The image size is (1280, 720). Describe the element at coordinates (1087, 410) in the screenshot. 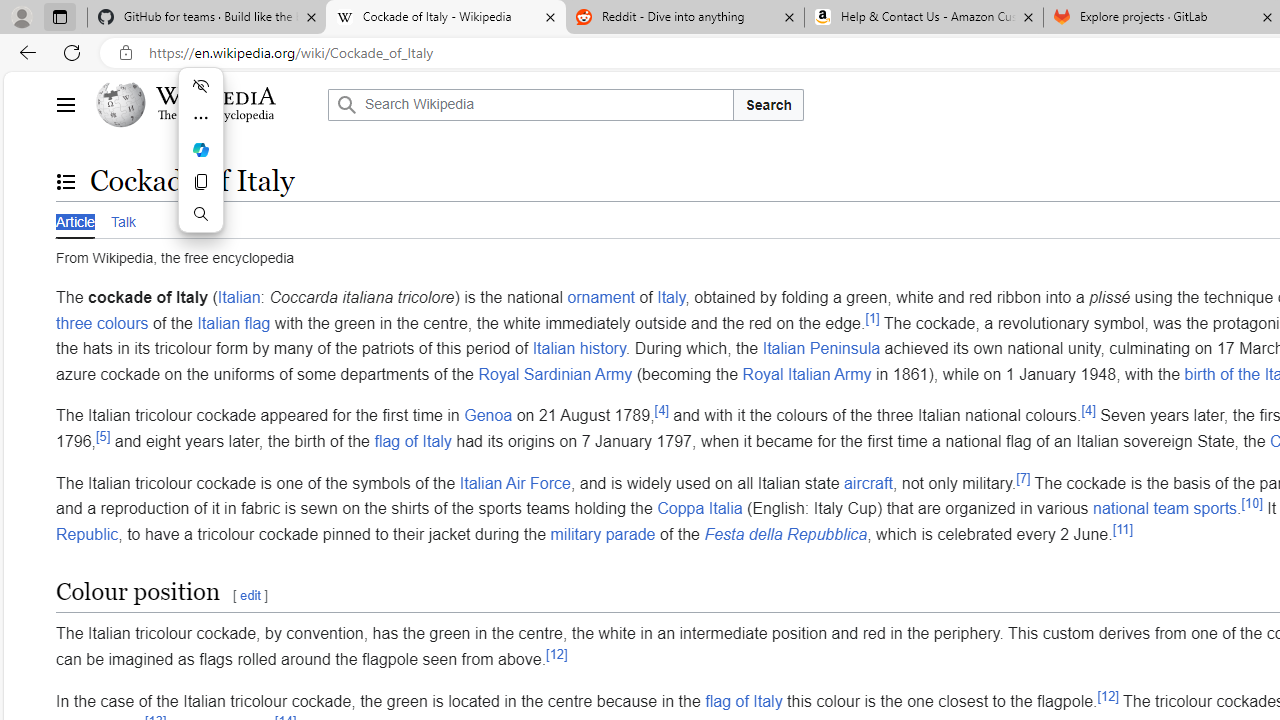

I see `'[4]'` at that location.